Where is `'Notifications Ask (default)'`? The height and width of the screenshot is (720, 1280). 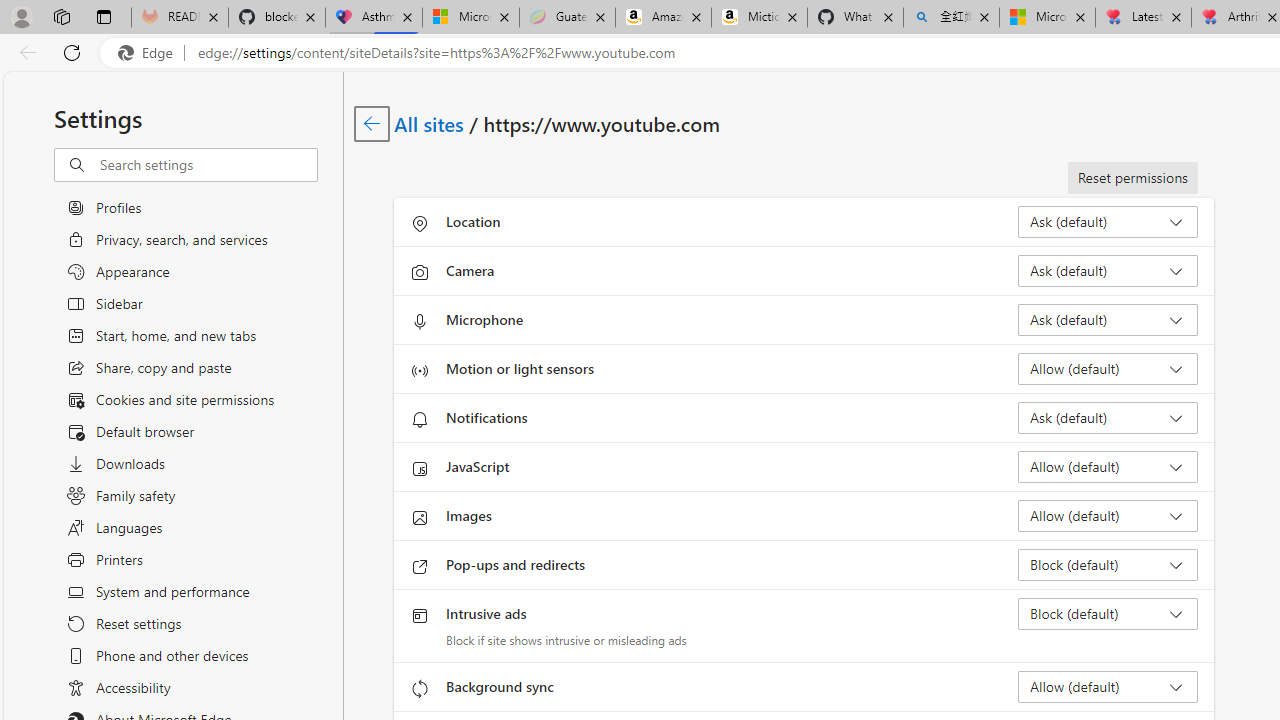 'Notifications Ask (default)' is located at coordinates (1106, 416).